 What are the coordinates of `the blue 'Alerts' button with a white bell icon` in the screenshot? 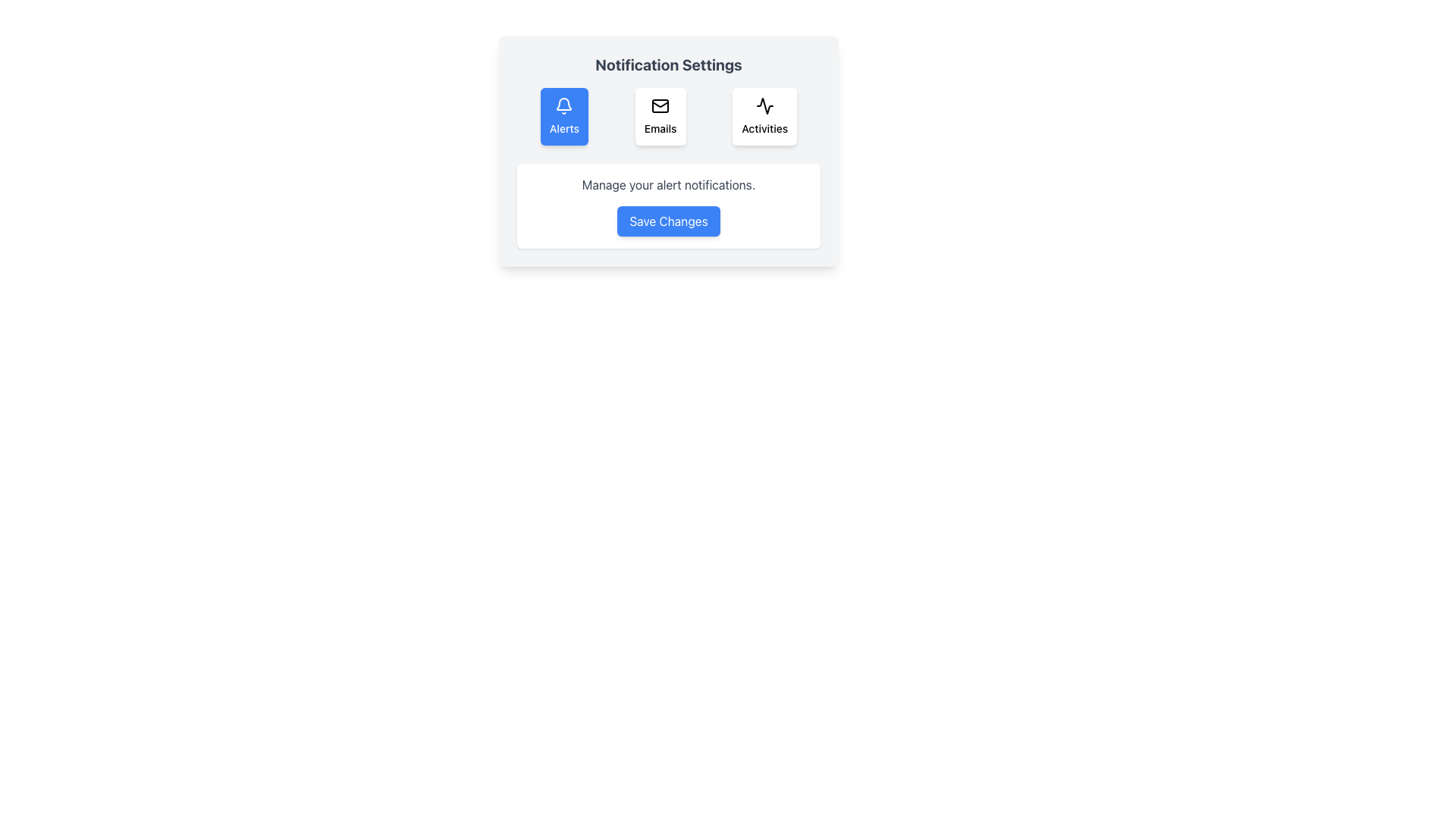 It's located at (563, 116).